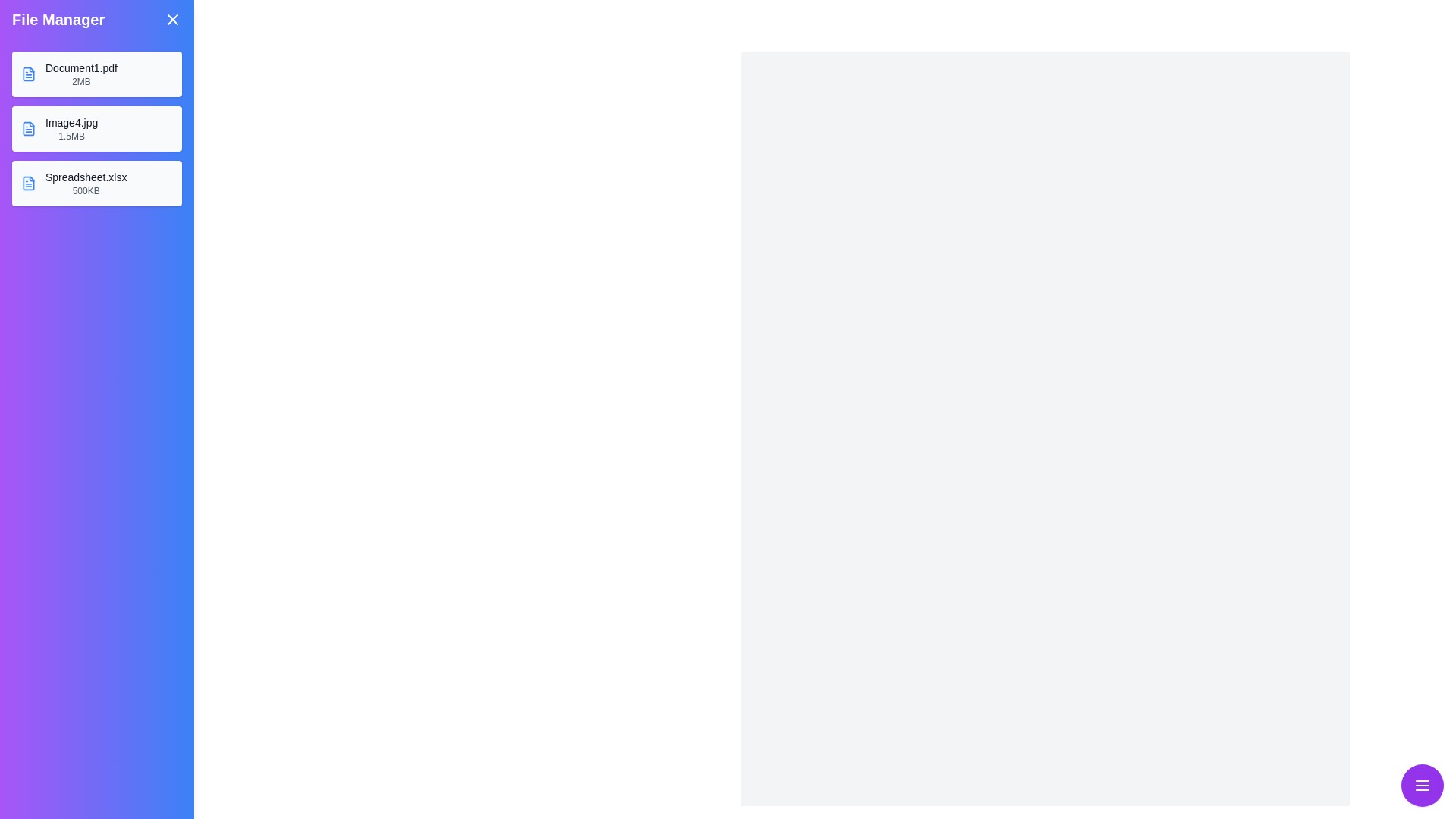  What do you see at coordinates (29, 127) in the screenshot?
I see `the document icon with a blue outline next to the file name 'Image4.jpg' in the file manager interface` at bounding box center [29, 127].